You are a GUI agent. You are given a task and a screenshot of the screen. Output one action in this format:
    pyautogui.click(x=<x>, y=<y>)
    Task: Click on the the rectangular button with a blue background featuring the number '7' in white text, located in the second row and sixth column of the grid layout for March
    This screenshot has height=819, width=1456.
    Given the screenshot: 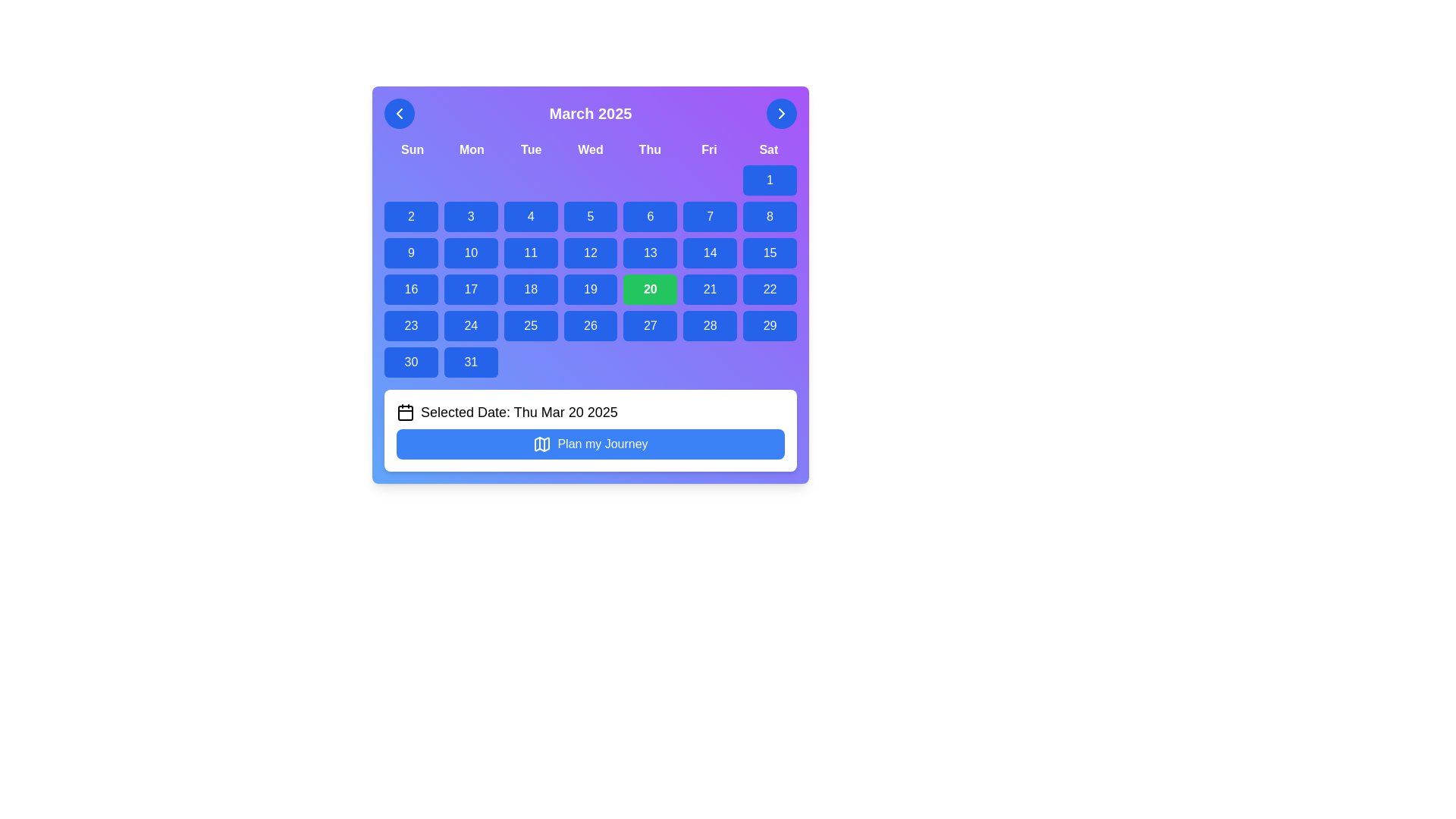 What is the action you would take?
    pyautogui.click(x=709, y=216)
    